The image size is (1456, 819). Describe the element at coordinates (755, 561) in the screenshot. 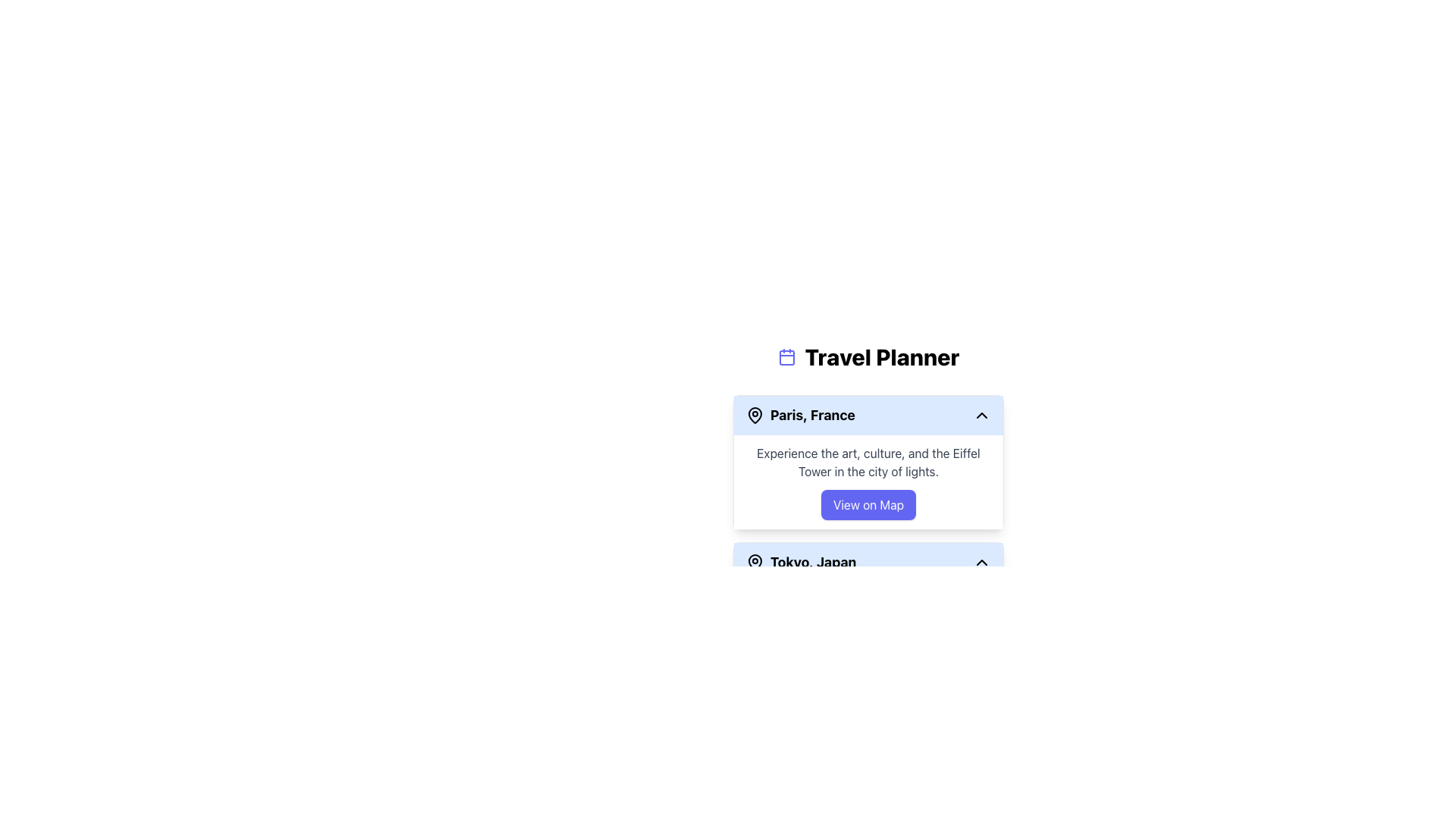

I see `the location marker icon associated with 'Tokyo, Japan', which is positioned on the left side of the text` at that location.